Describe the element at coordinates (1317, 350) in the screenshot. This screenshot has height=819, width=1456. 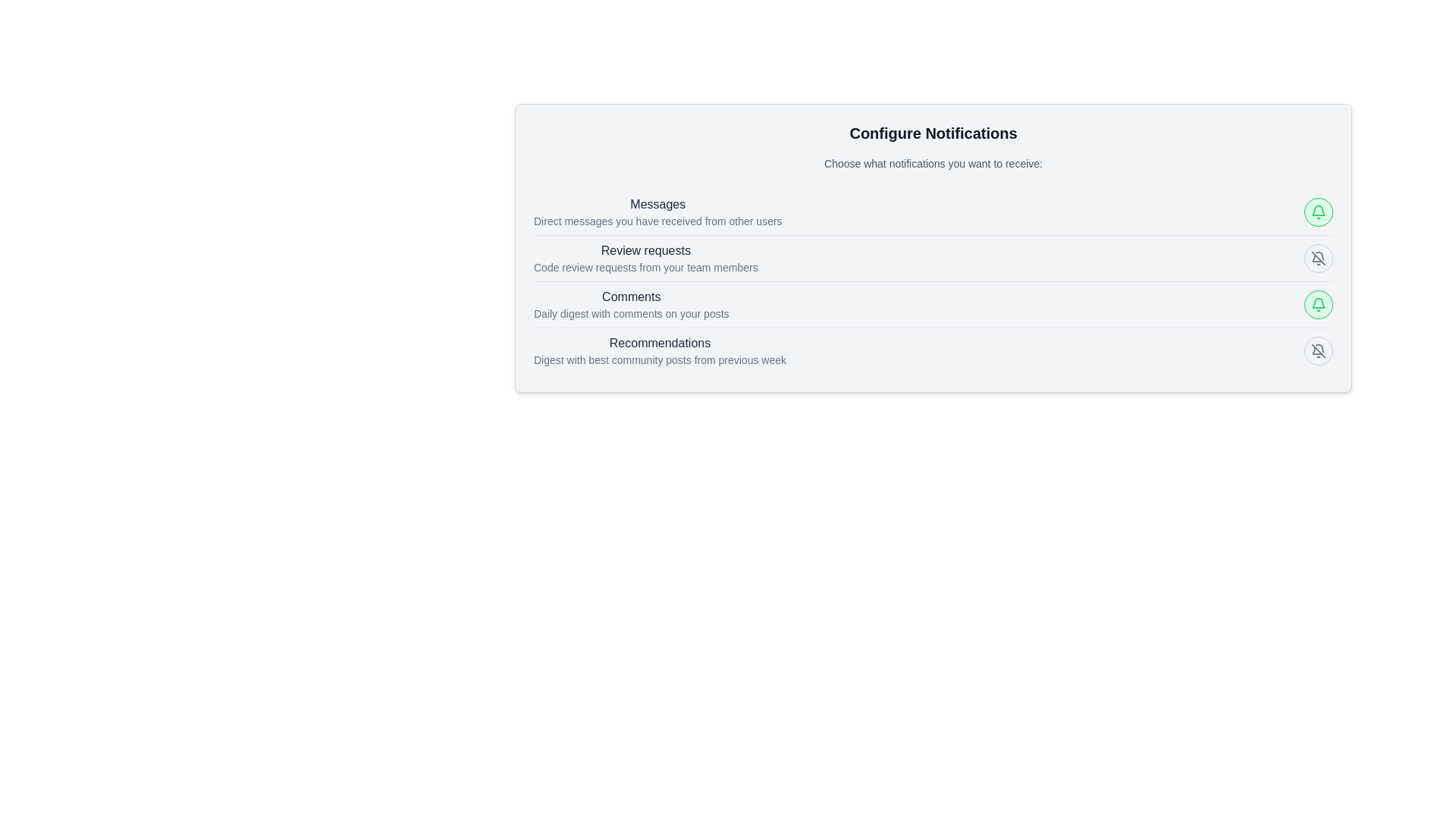
I see `the notification state icon, represented by the crossed bell icon` at that location.